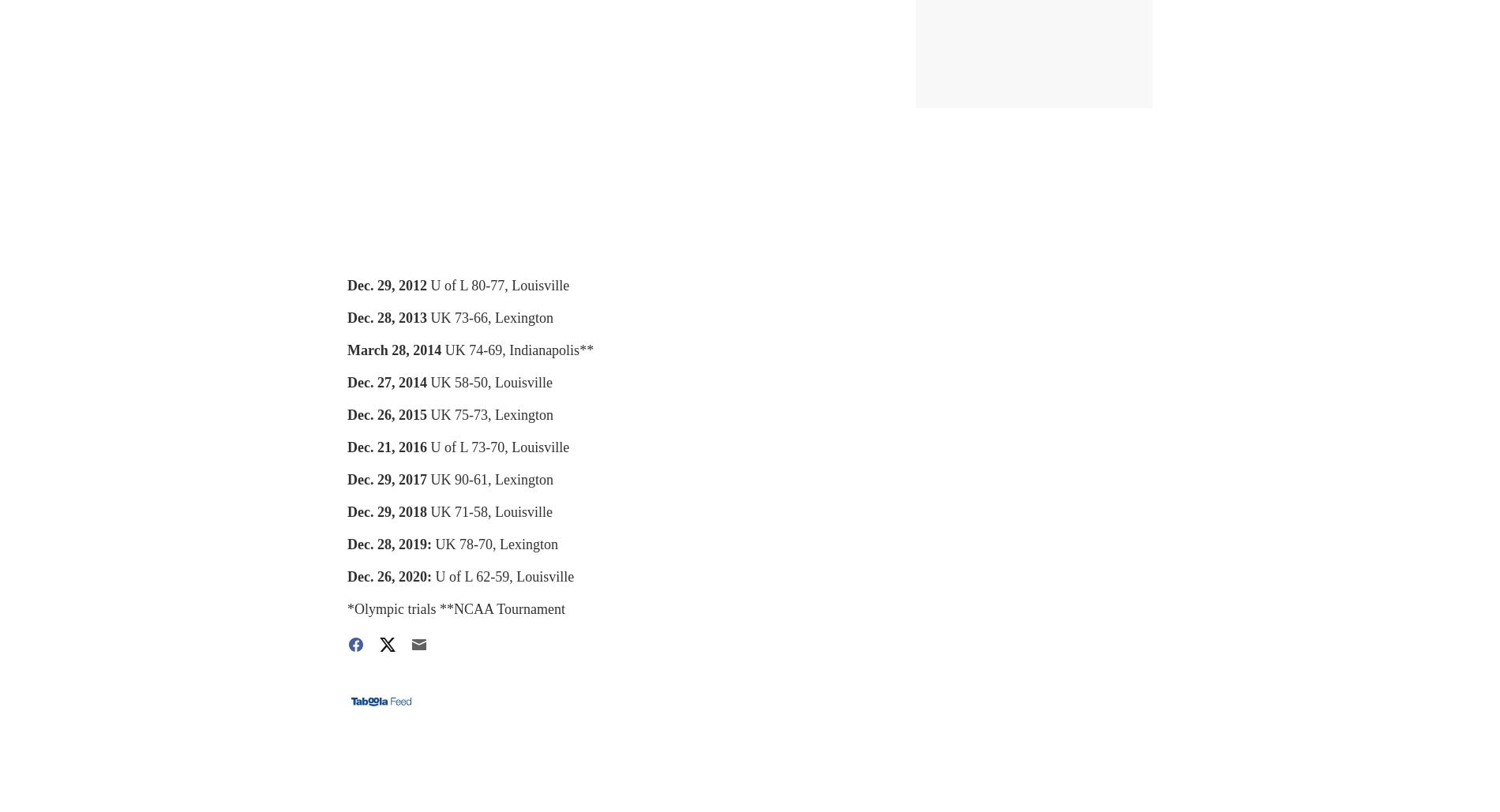 The width and height of the screenshot is (1500, 812). Describe the element at coordinates (496, 544) in the screenshot. I see `'UK 78-70, Lexington'` at that location.